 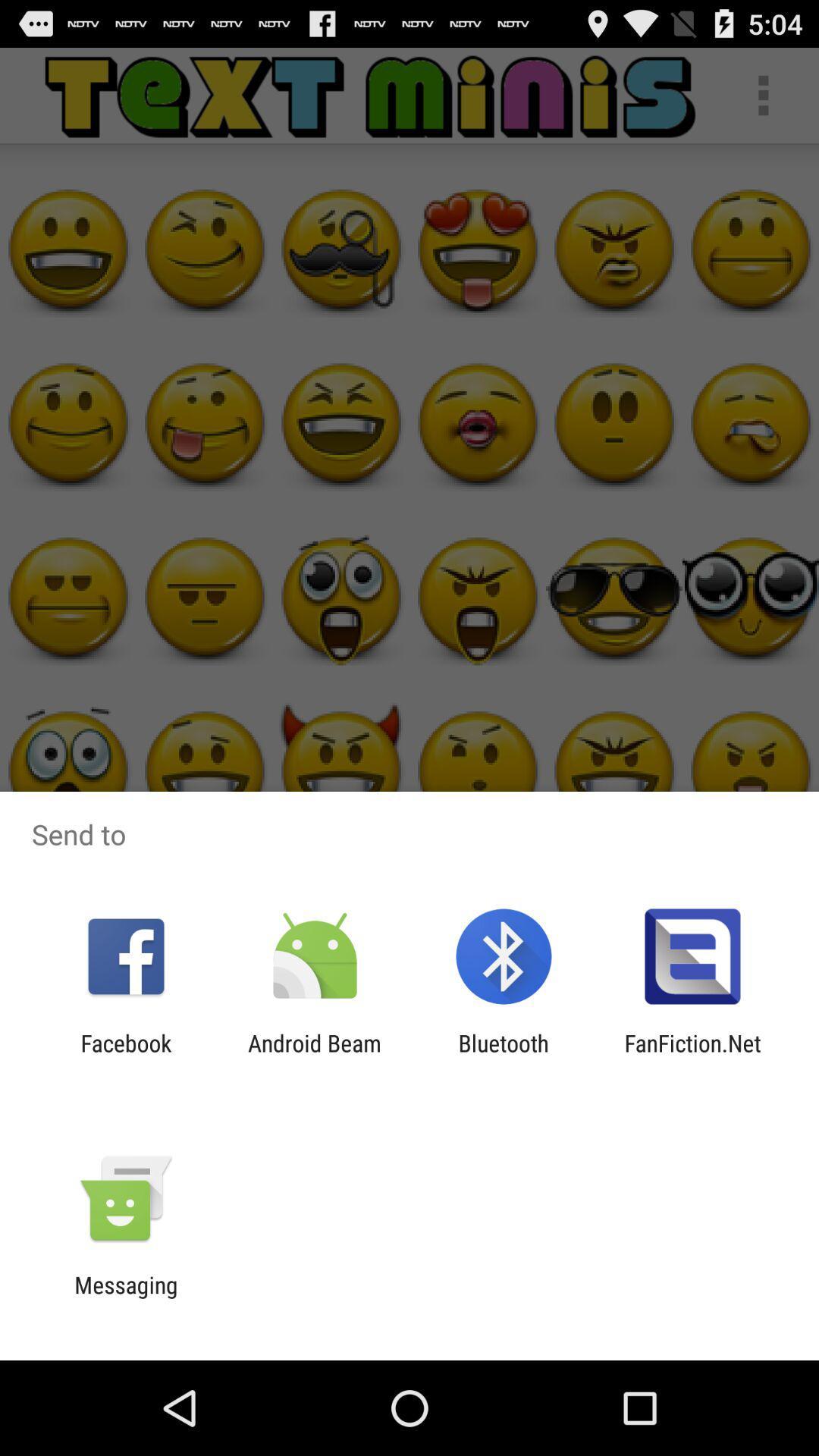 What do you see at coordinates (504, 1056) in the screenshot?
I see `the bluetooth` at bounding box center [504, 1056].